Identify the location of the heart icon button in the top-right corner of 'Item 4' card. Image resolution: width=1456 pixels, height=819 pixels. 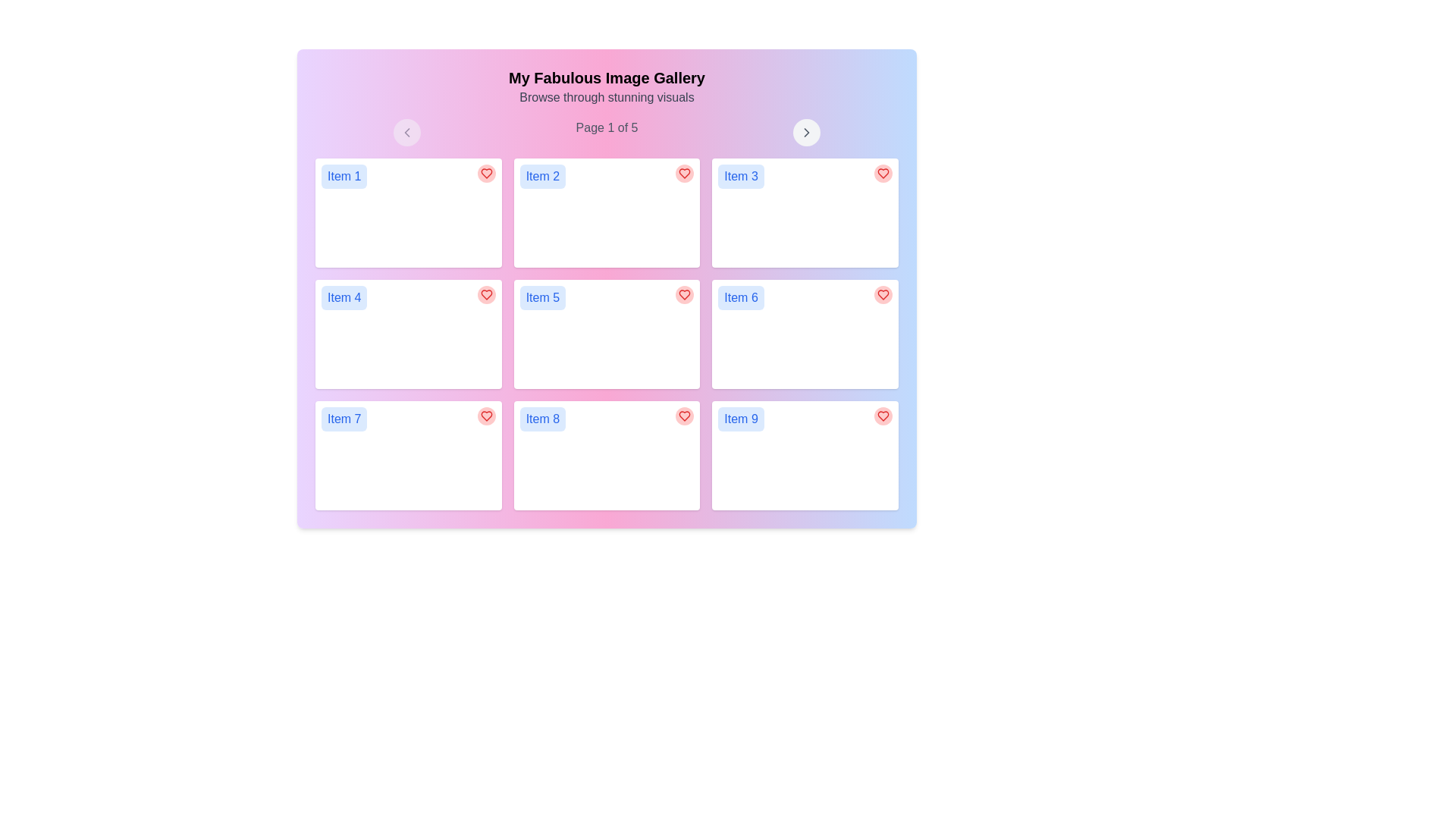
(486, 295).